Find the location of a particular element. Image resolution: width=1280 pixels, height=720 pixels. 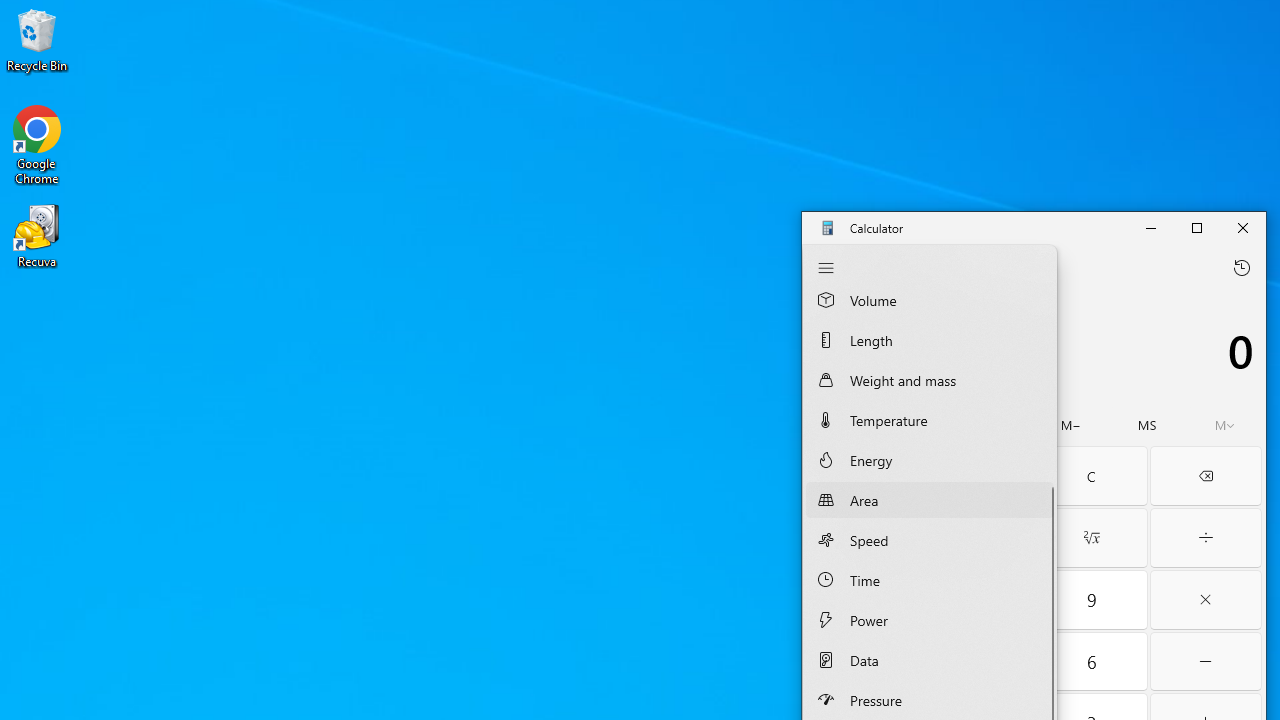

'Close Navigation' is located at coordinates (826, 266).